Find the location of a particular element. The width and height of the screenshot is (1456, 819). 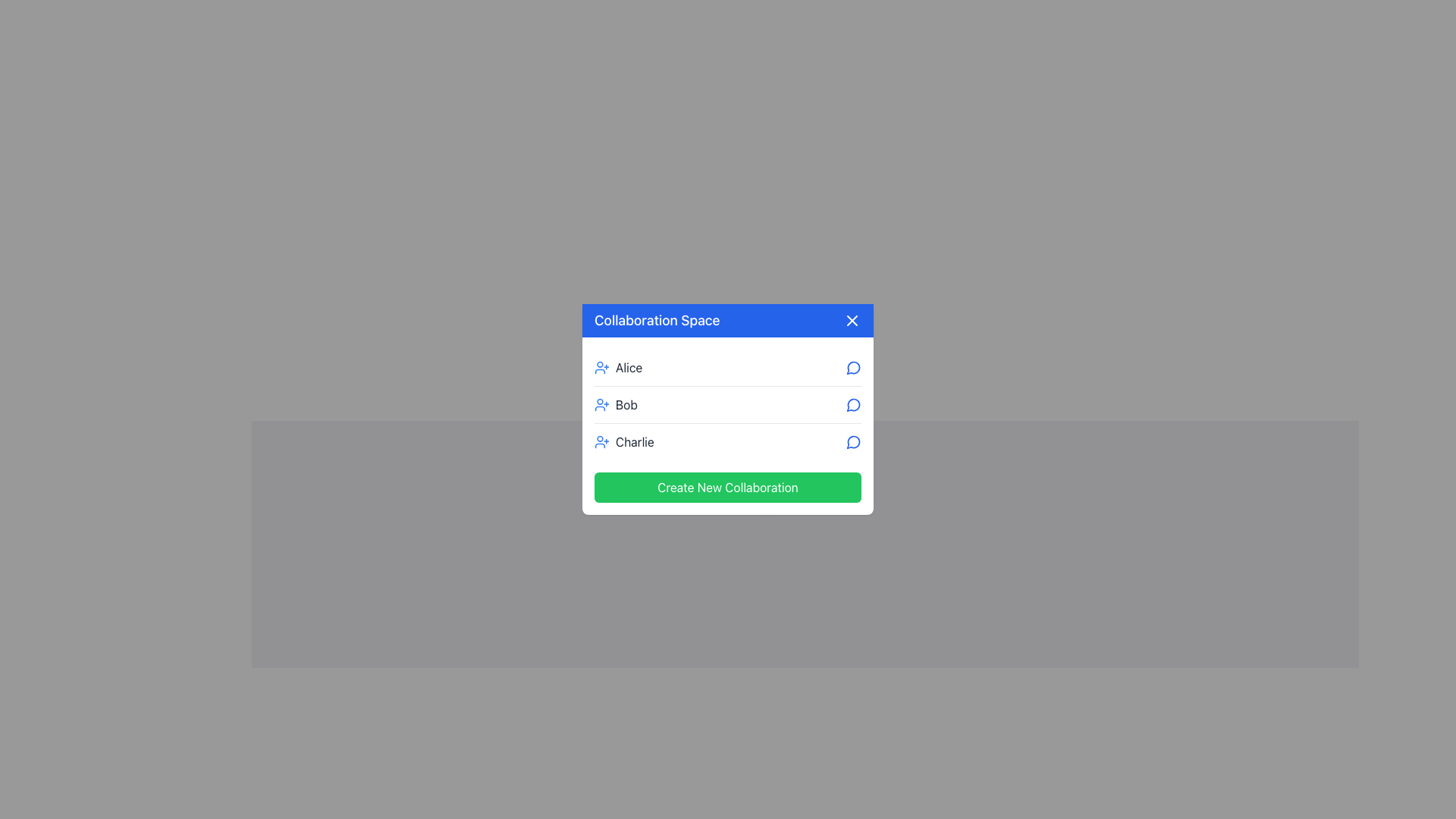

the interactive icon to initiate a chat or message with user 'Alice', located to the right of the text label 'Alice' in the top row of the vertical list is located at coordinates (854, 368).